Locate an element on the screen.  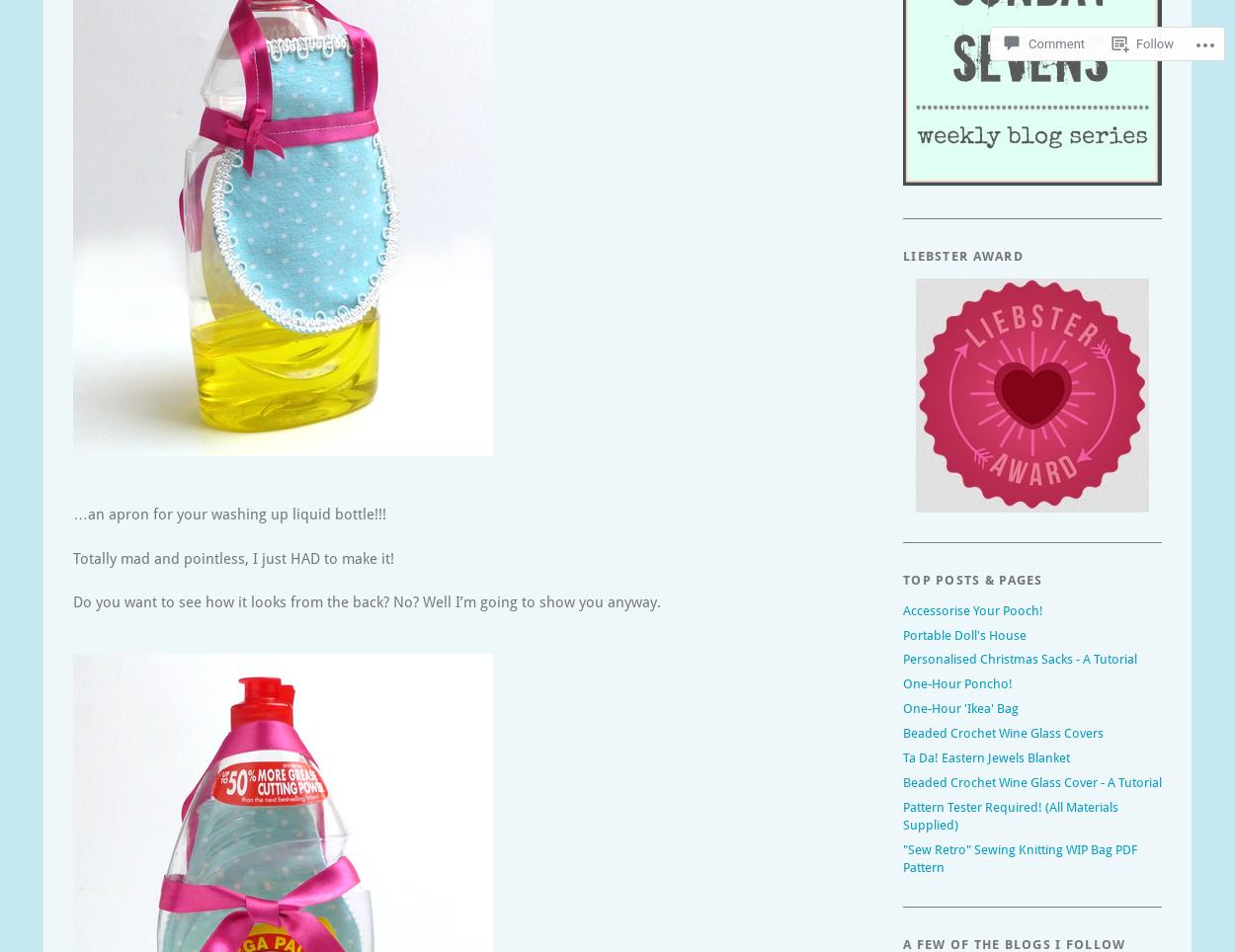
'Pattern Tester Required! (All Materials Supplied)' is located at coordinates (1011, 814).